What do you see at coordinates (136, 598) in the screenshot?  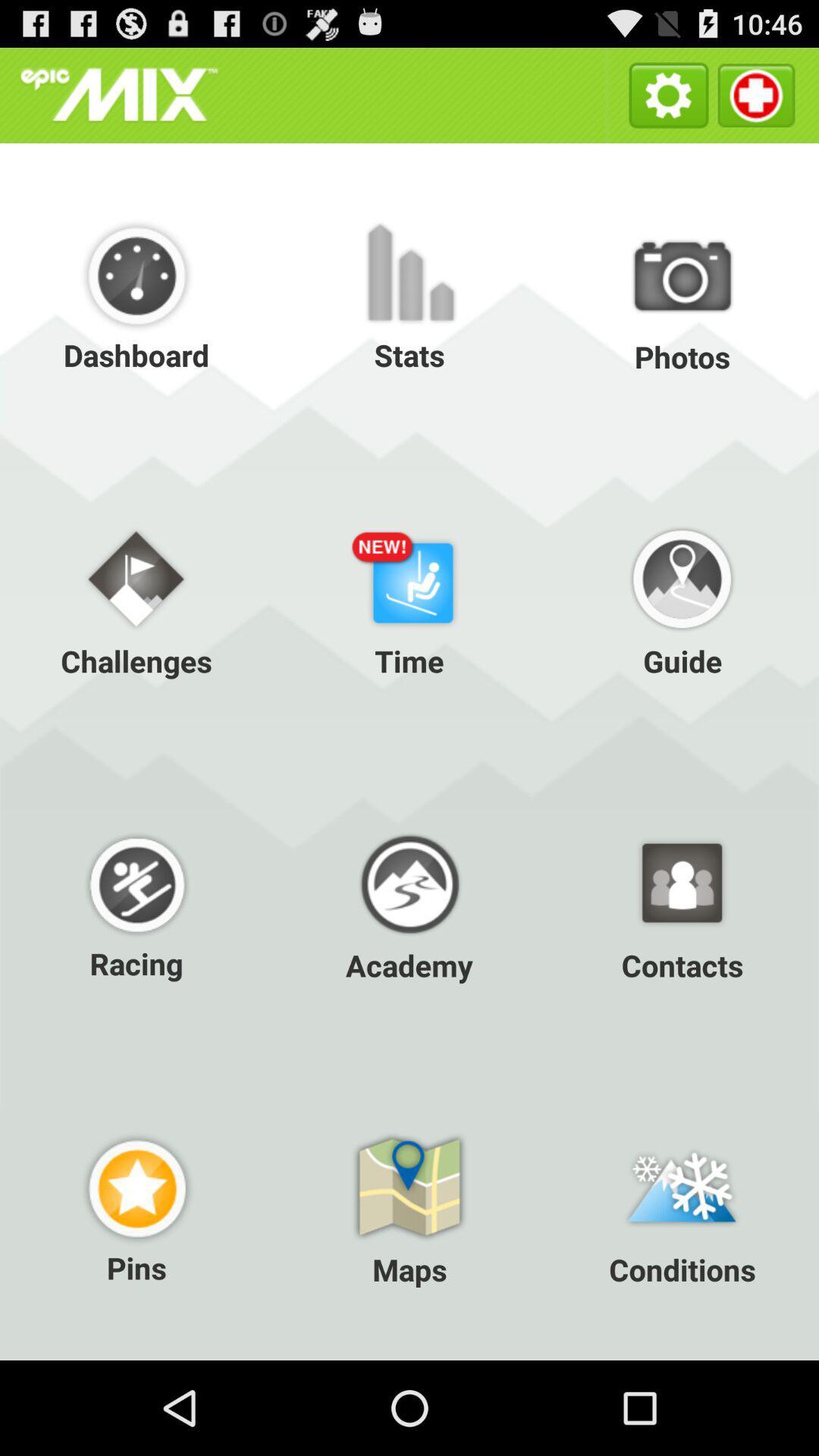 I see `button below the dashboard` at bounding box center [136, 598].